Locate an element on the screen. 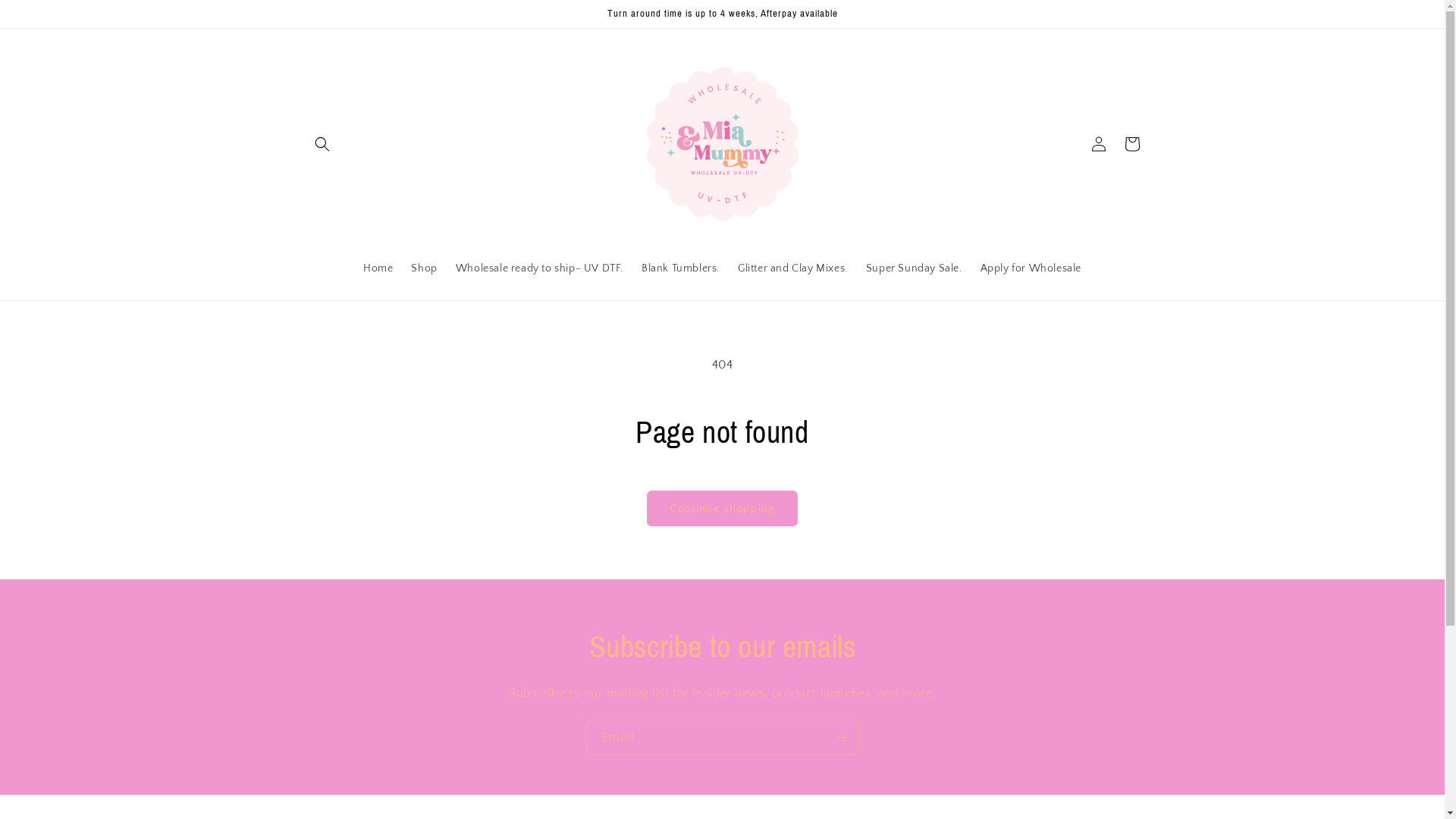 This screenshot has height=819, width=1456. 'Home' is located at coordinates (378, 268).